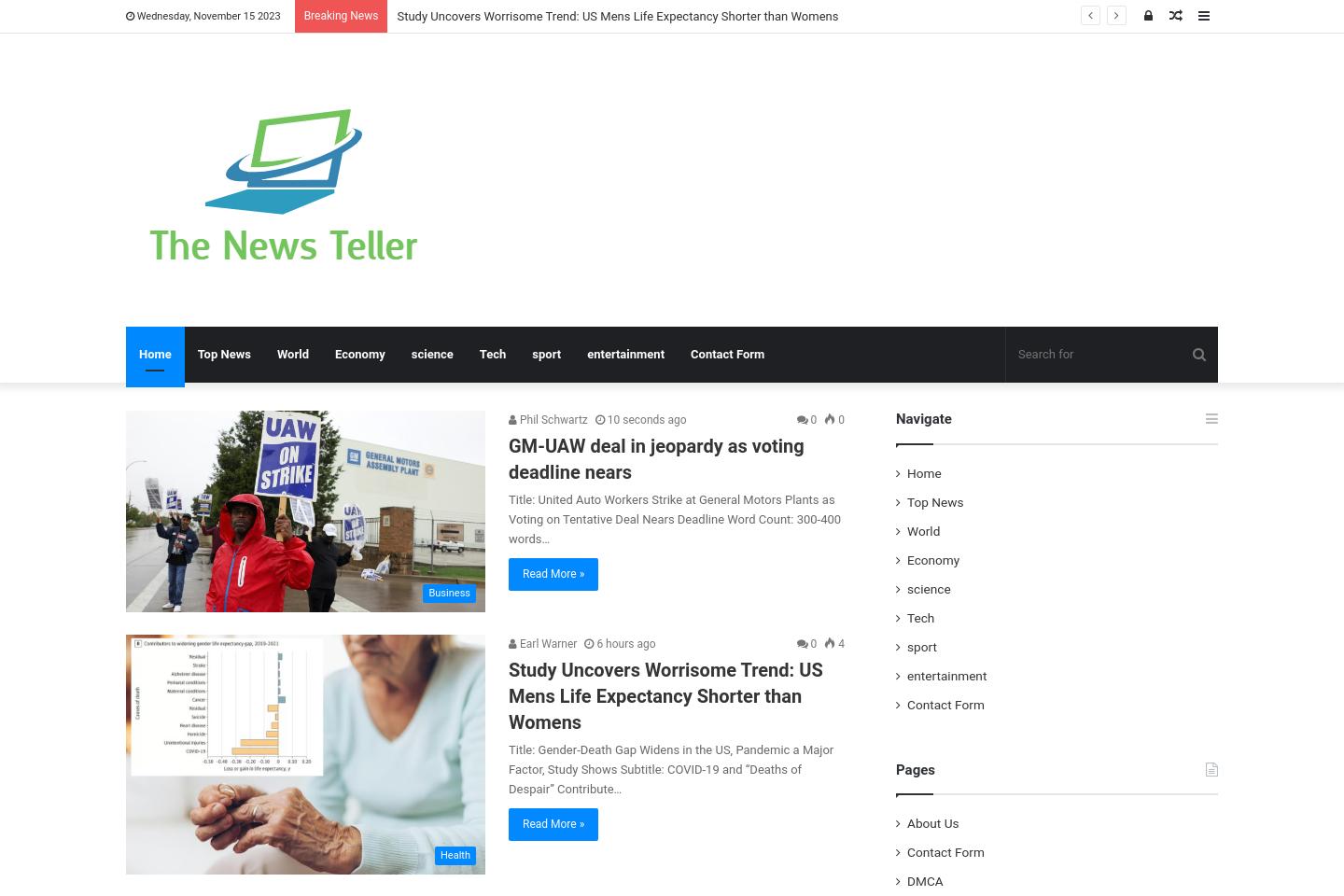 This screenshot has height=896, width=1344. Describe the element at coordinates (922, 418) in the screenshot. I see `'Navigate'` at that location.